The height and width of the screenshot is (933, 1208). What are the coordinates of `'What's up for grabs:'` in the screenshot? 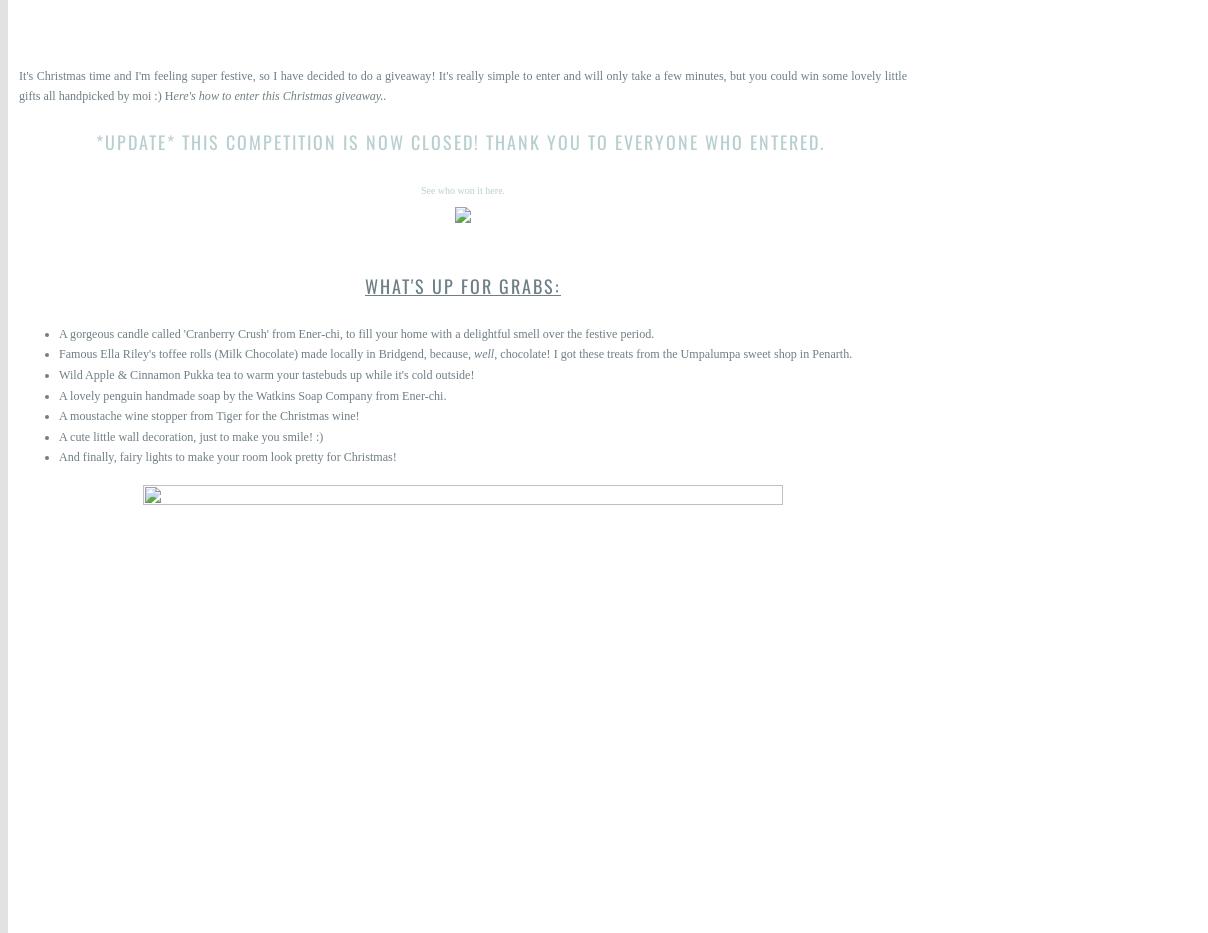 It's located at (463, 285).